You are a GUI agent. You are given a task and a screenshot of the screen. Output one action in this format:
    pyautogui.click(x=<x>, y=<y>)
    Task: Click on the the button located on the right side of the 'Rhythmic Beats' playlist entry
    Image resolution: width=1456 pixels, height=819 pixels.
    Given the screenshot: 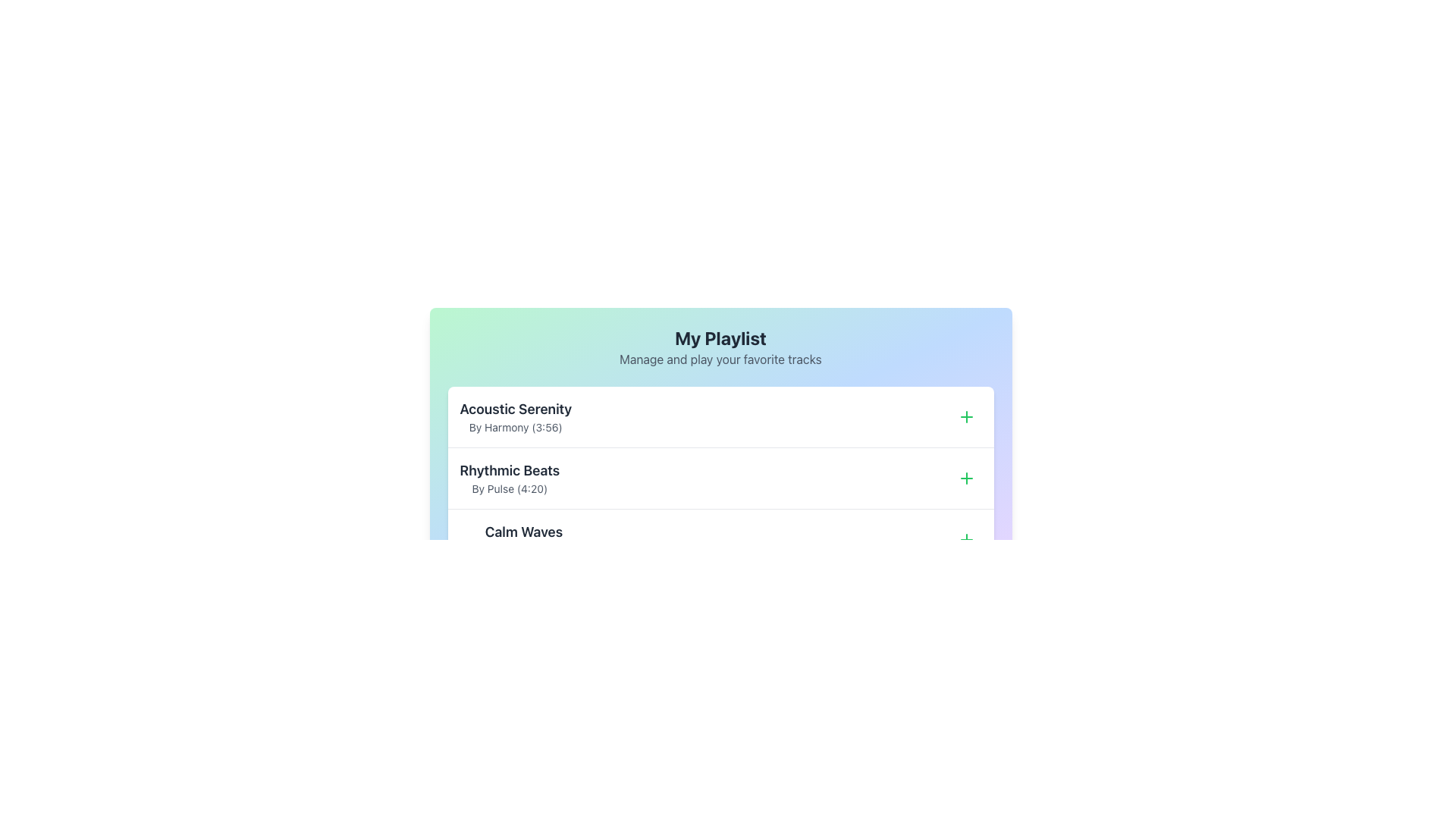 What is the action you would take?
    pyautogui.click(x=965, y=479)
    